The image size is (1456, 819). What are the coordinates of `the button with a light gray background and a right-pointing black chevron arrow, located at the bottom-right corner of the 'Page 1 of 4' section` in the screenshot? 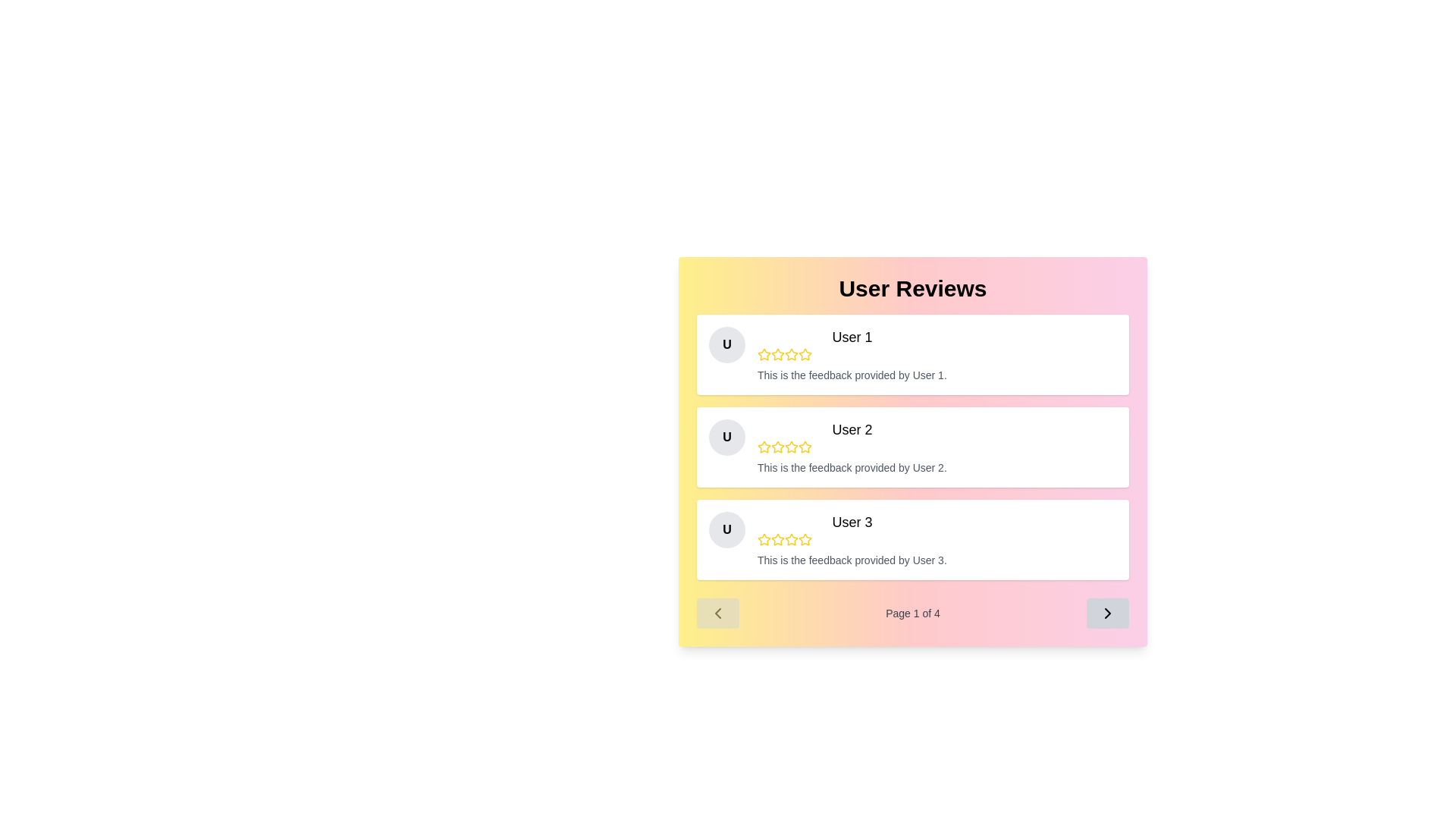 It's located at (1107, 613).